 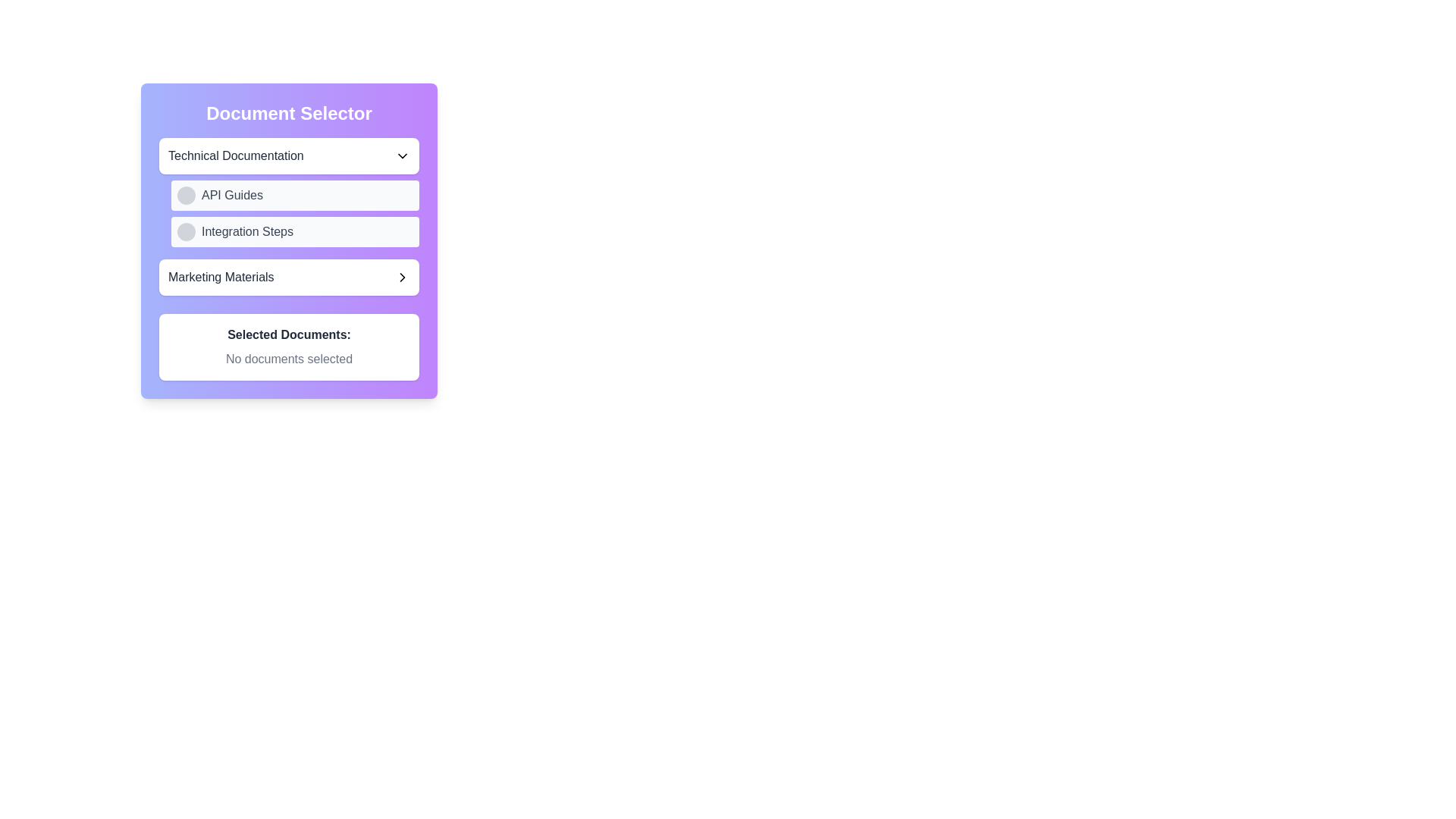 What do you see at coordinates (403, 278) in the screenshot?
I see `the right-facing chevron arrow icon located at the far-right end of the 'Marketing Materials' box` at bounding box center [403, 278].